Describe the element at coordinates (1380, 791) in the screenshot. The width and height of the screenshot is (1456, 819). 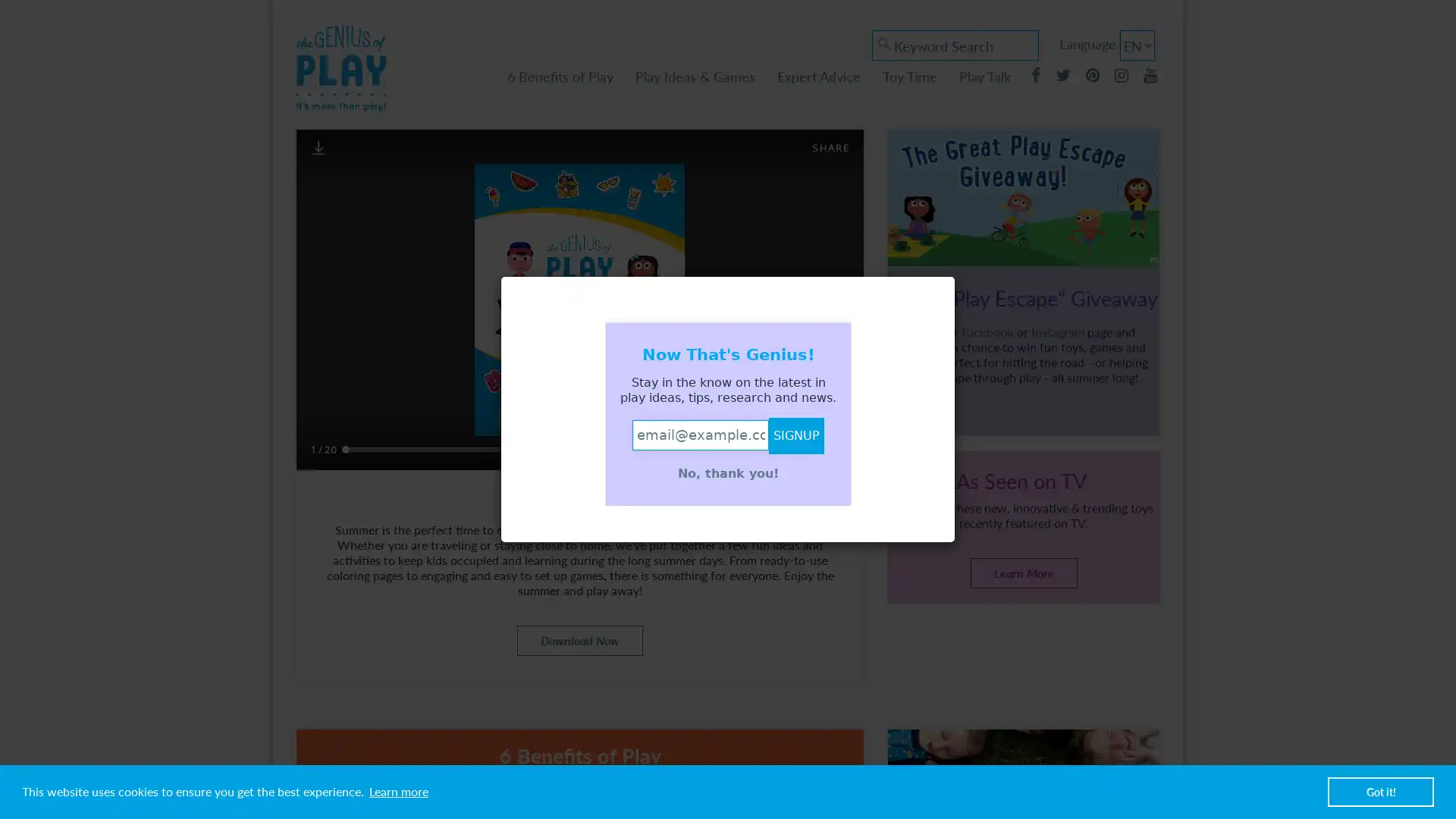
I see `dismiss cookie message` at that location.